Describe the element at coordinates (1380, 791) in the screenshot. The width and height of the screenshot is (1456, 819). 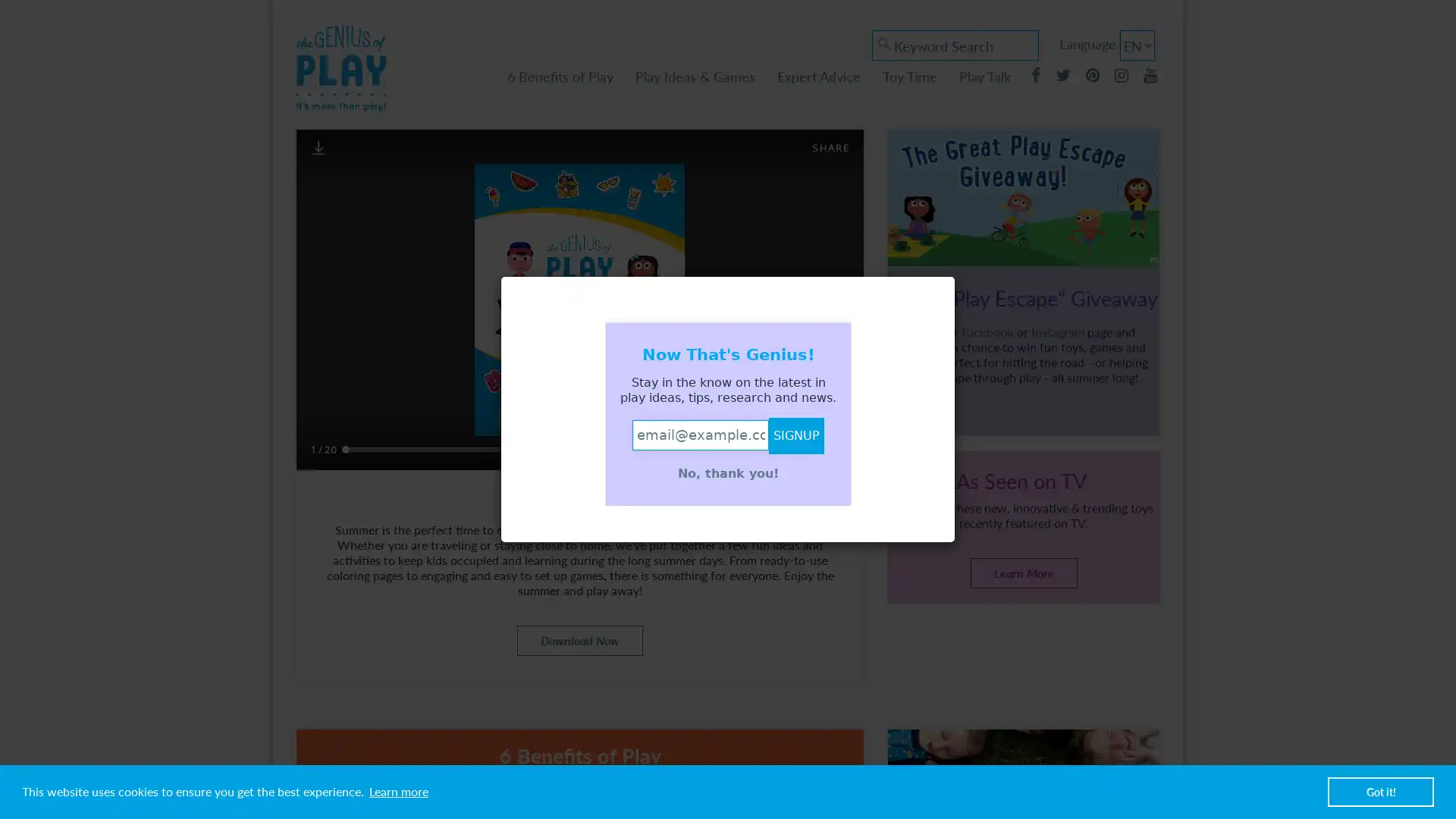
I see `dismiss cookie message` at that location.